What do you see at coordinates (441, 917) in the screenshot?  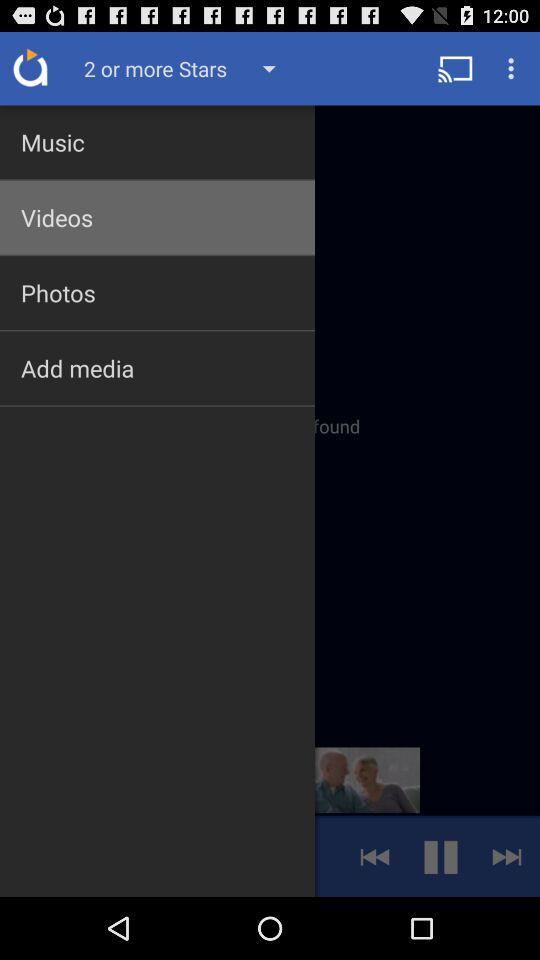 I see `the pause icon` at bounding box center [441, 917].